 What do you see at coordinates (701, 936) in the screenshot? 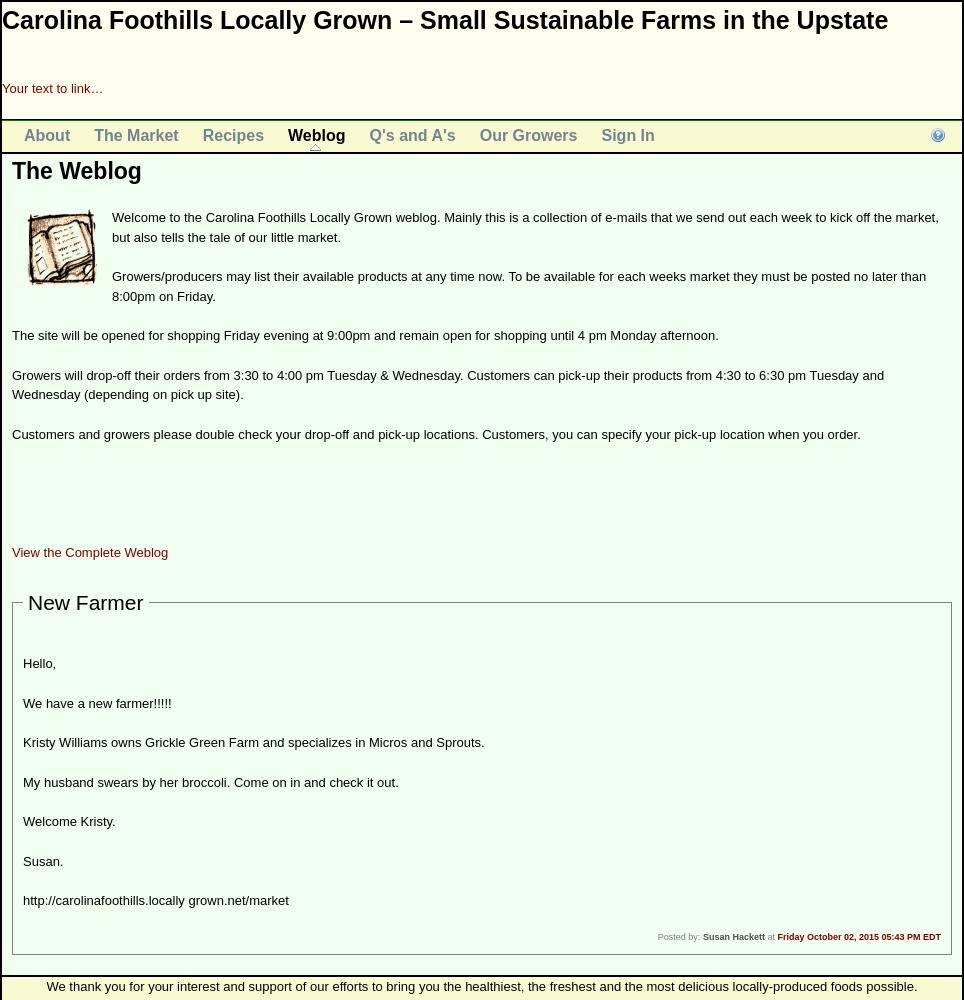
I see `'Susan Hackett'` at bounding box center [701, 936].